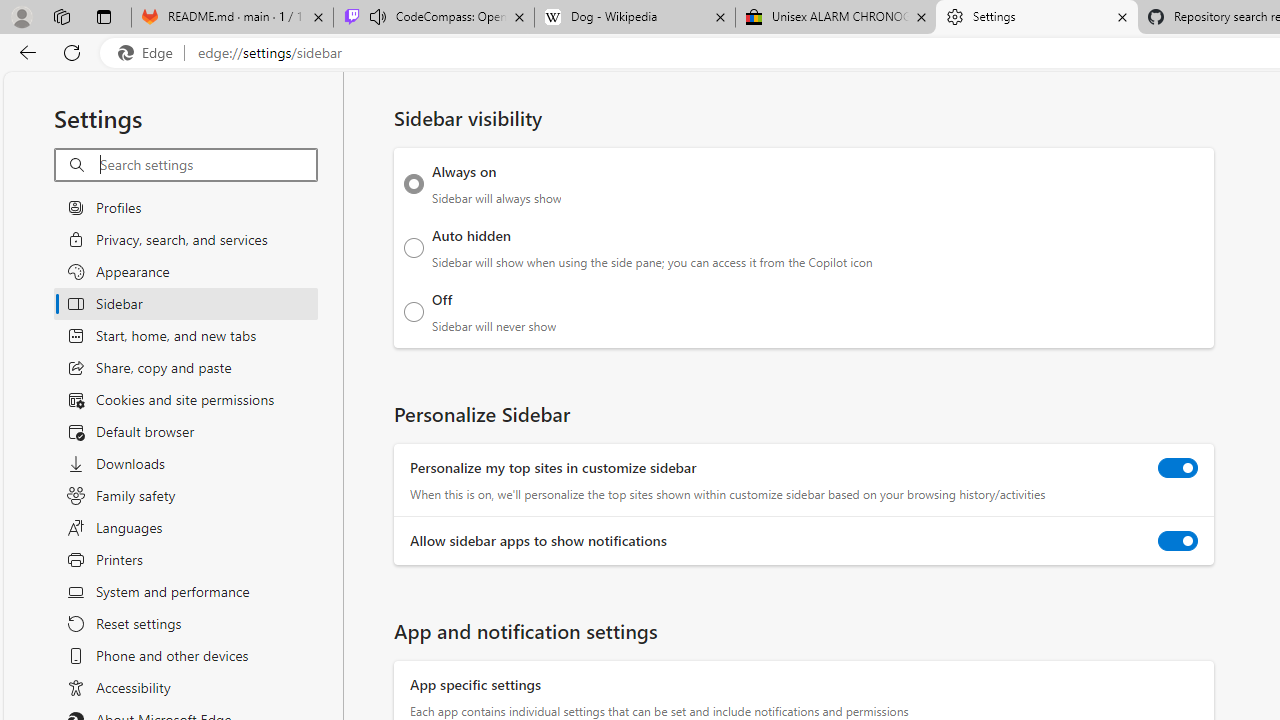  Describe the element at coordinates (208, 164) in the screenshot. I see `'Search settings'` at that location.